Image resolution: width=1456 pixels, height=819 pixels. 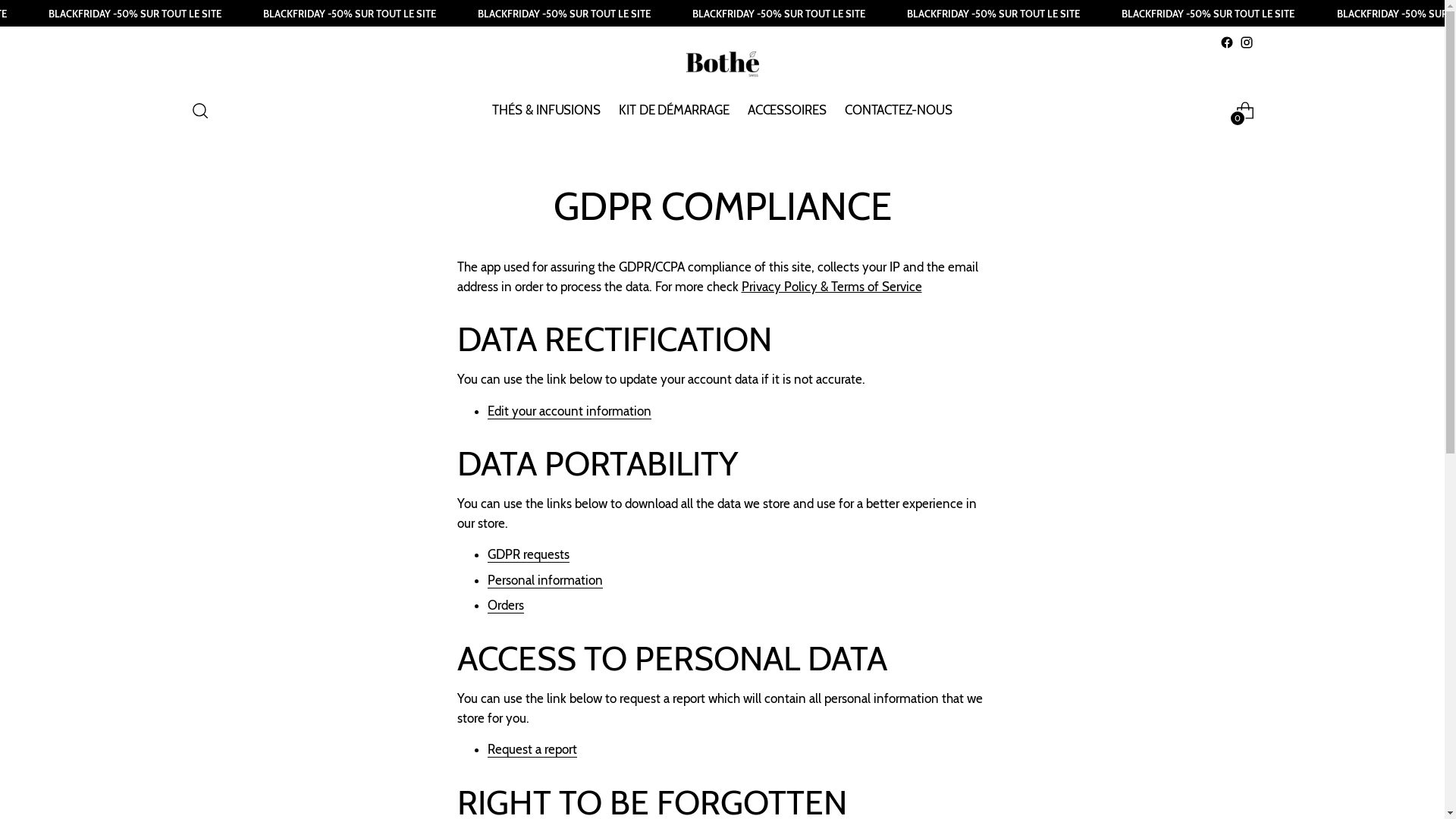 I want to click on 'ACCESSOIRES', so click(x=747, y=110).